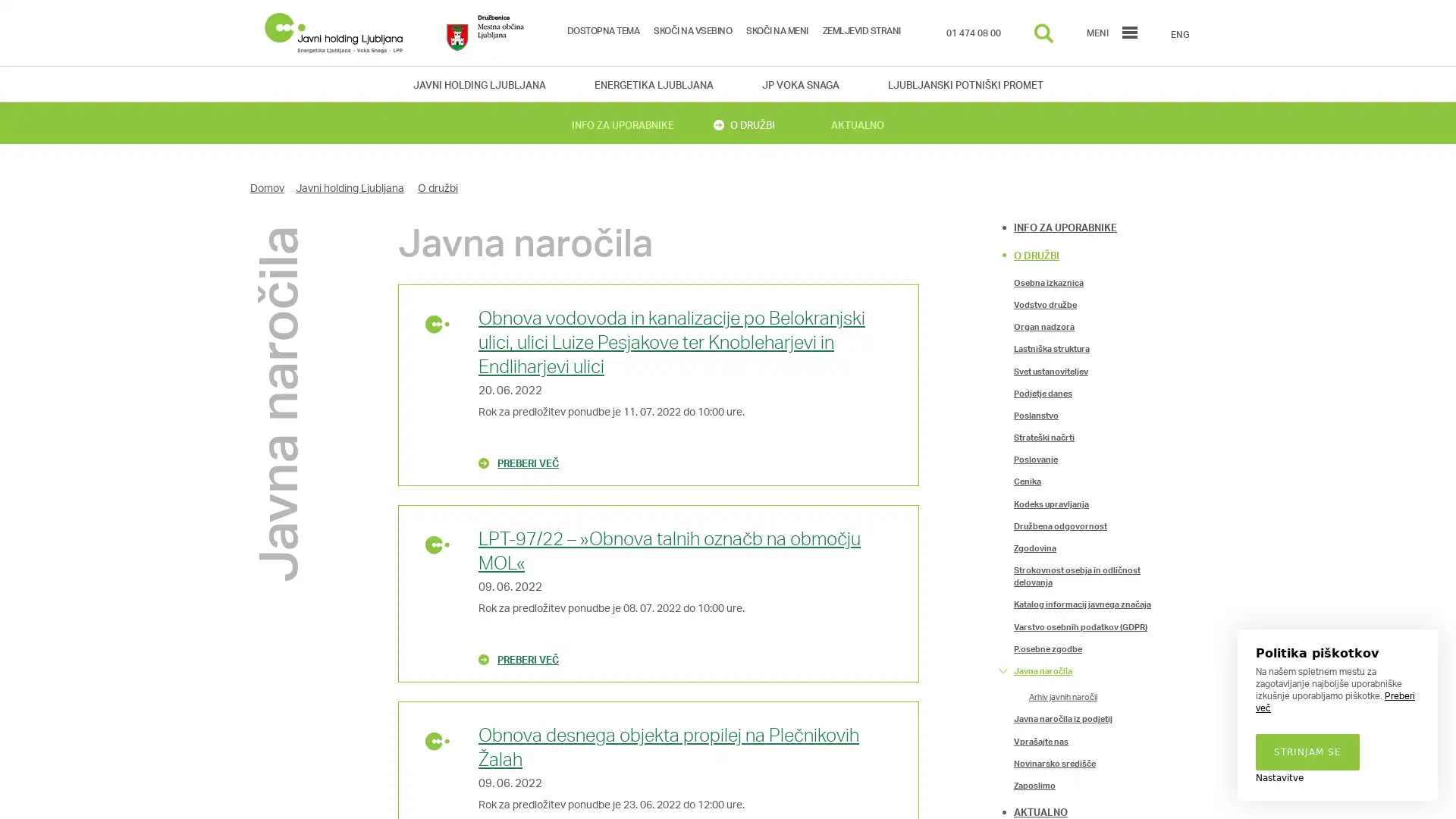 The width and height of the screenshot is (1456, 819). What do you see at coordinates (1003, 525) in the screenshot?
I see `Razsiri meni` at bounding box center [1003, 525].